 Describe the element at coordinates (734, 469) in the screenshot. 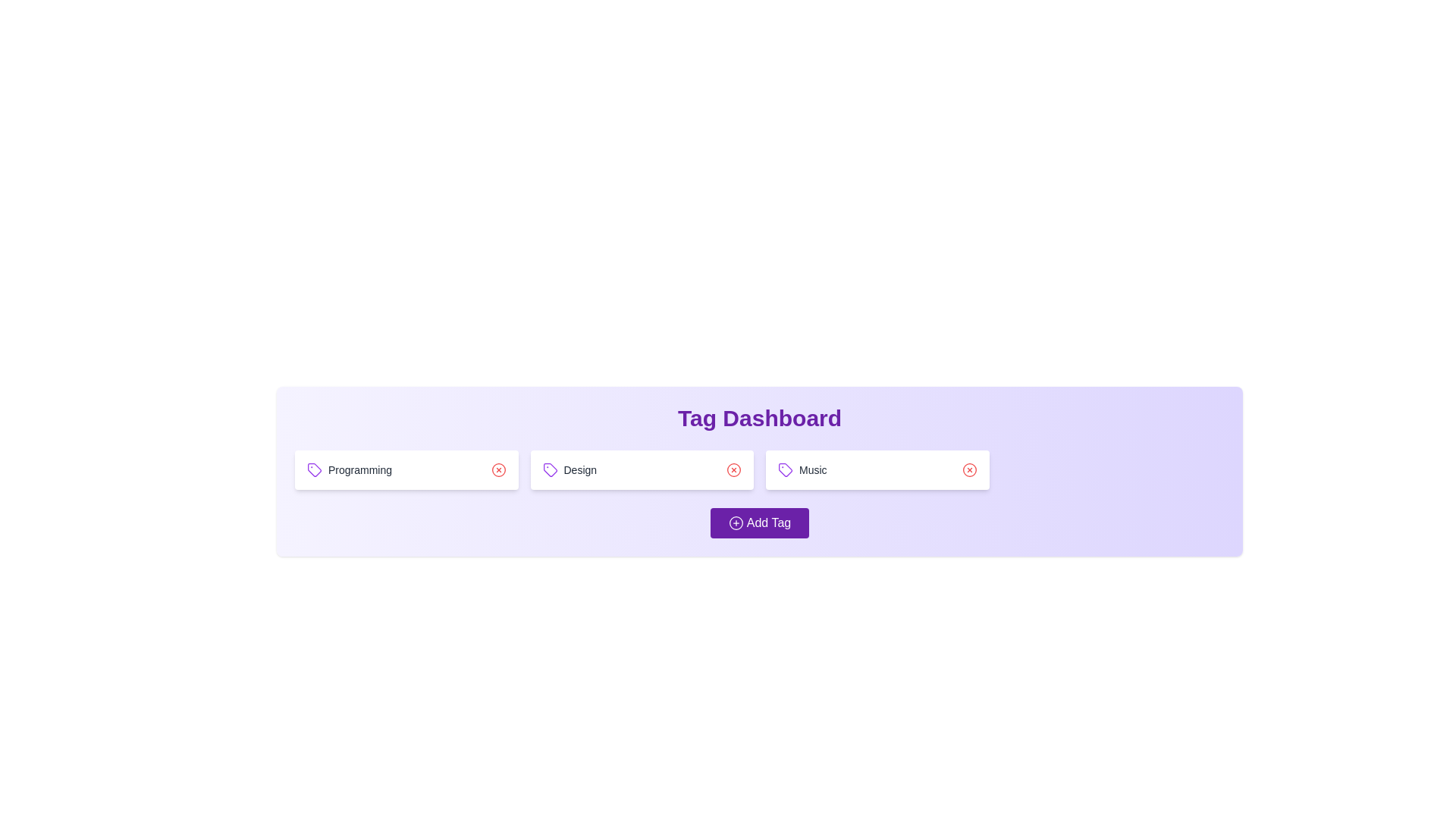

I see `the rightmost button in the card associated with the 'Design' label` at that location.